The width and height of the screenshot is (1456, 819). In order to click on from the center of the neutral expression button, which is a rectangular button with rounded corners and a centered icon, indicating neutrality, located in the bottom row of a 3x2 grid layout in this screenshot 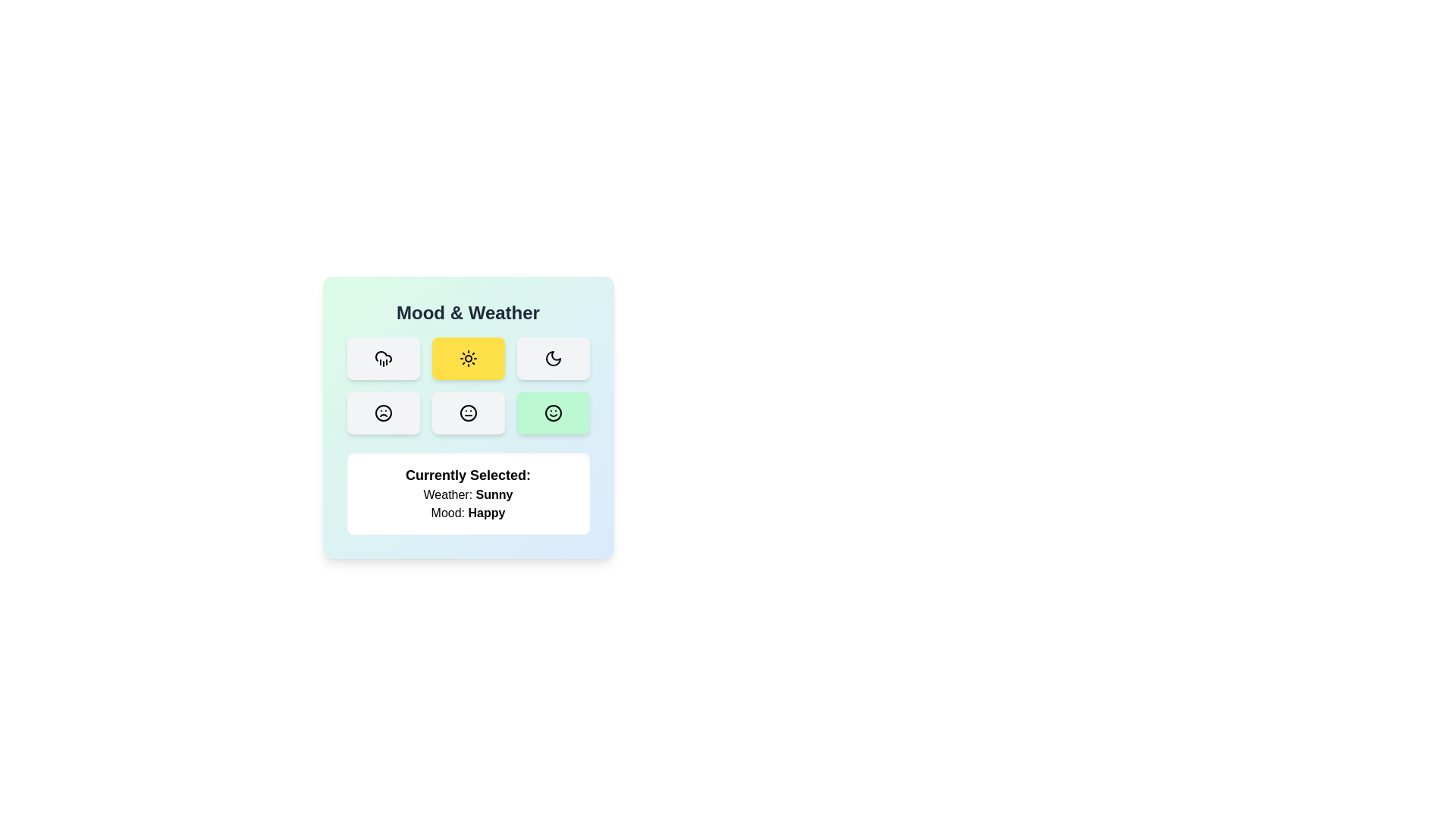, I will do `click(467, 413)`.